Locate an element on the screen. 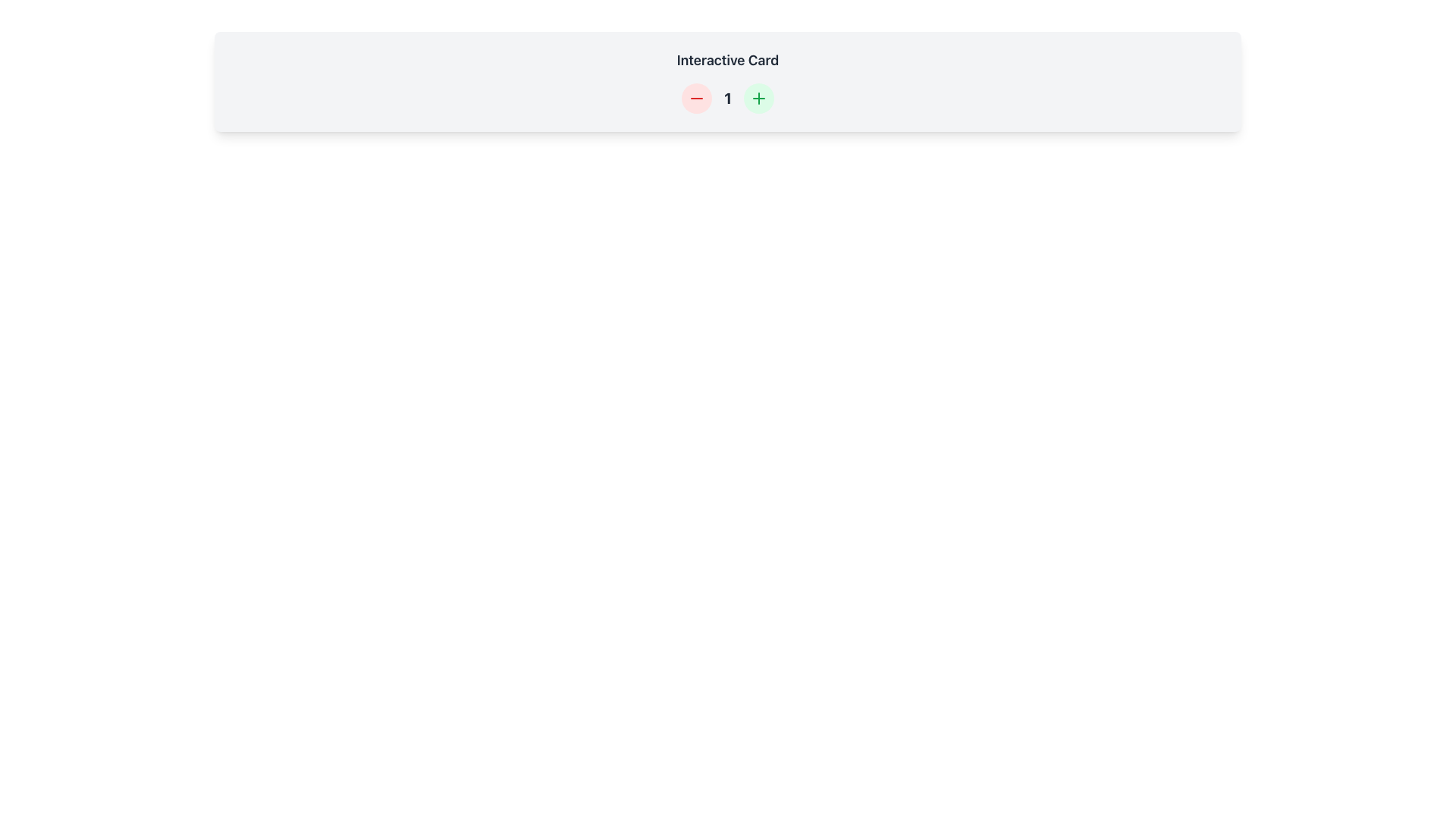 Image resolution: width=1456 pixels, height=819 pixels. to select the bold number '1' text label, which is centrally positioned between two circular buttons in the 'Interactive Card' layout is located at coordinates (726, 99).